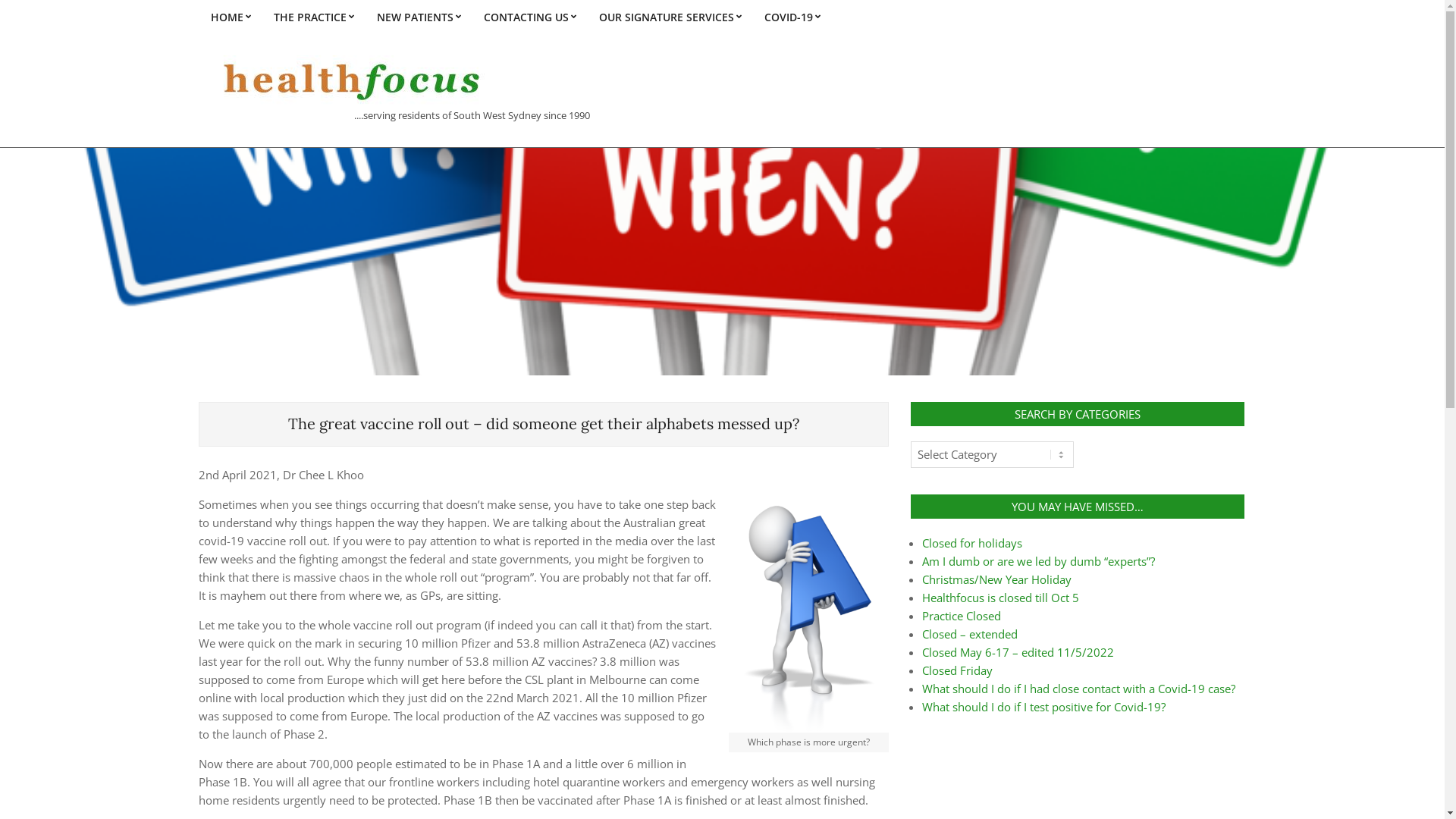 The height and width of the screenshot is (819, 1456). I want to click on 'Closed Friday', so click(956, 669).